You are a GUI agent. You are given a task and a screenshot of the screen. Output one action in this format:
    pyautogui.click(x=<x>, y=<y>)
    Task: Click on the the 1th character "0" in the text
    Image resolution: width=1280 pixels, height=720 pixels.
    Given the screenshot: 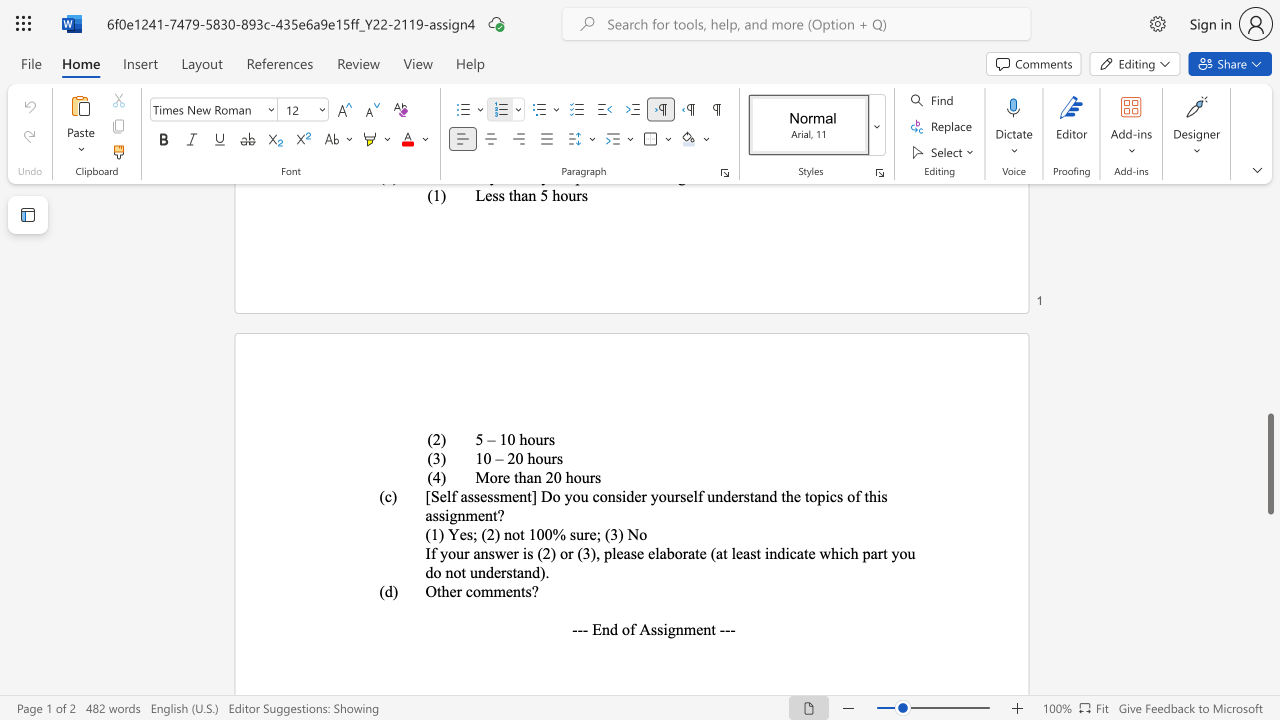 What is the action you would take?
    pyautogui.click(x=540, y=533)
    